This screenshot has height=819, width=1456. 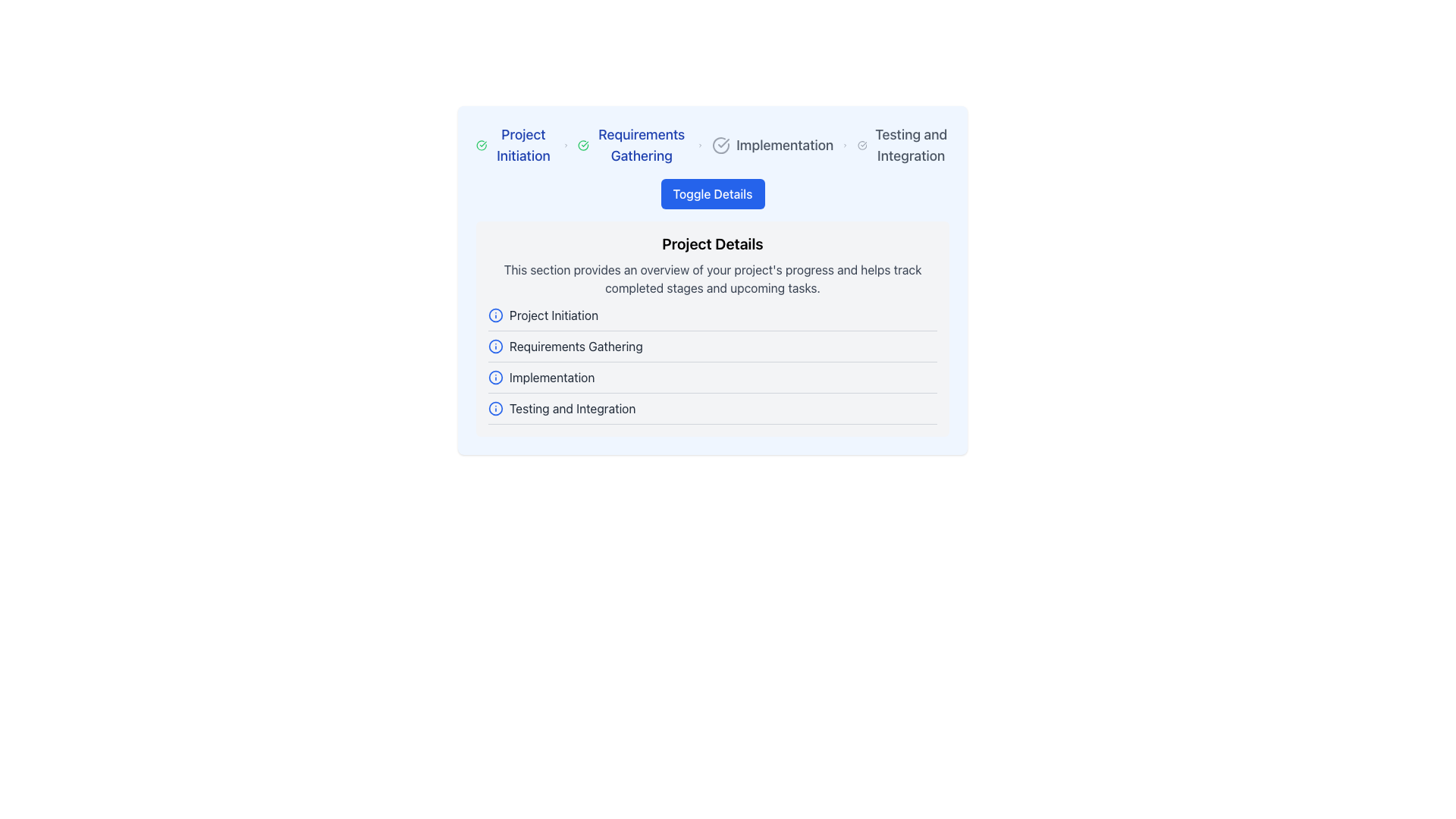 I want to click on the Informational icon with a blue outline located at the far left of the 'Requirements Gathering' row, so click(x=495, y=346).